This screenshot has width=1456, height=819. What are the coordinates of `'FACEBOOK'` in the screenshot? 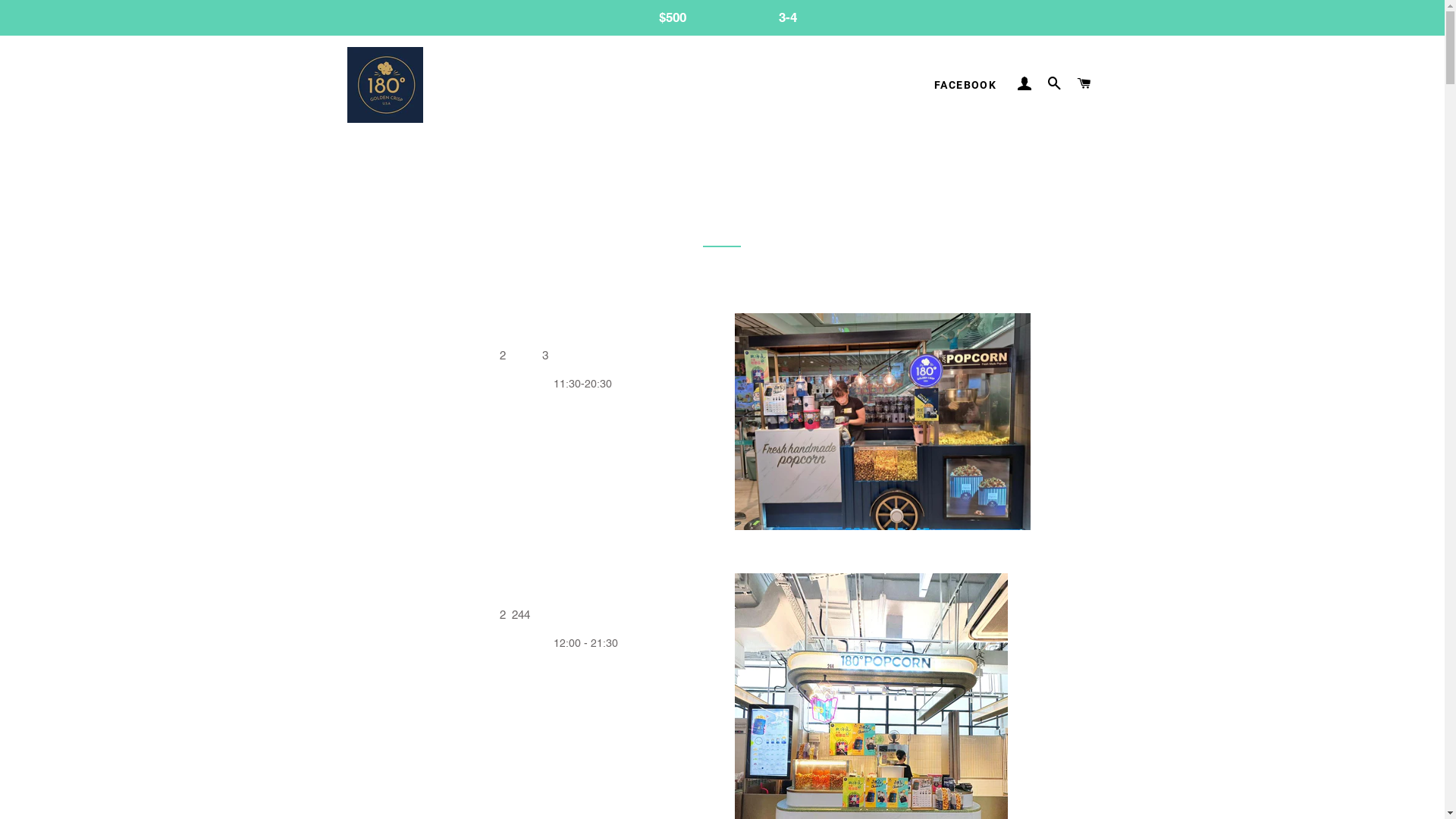 It's located at (964, 85).